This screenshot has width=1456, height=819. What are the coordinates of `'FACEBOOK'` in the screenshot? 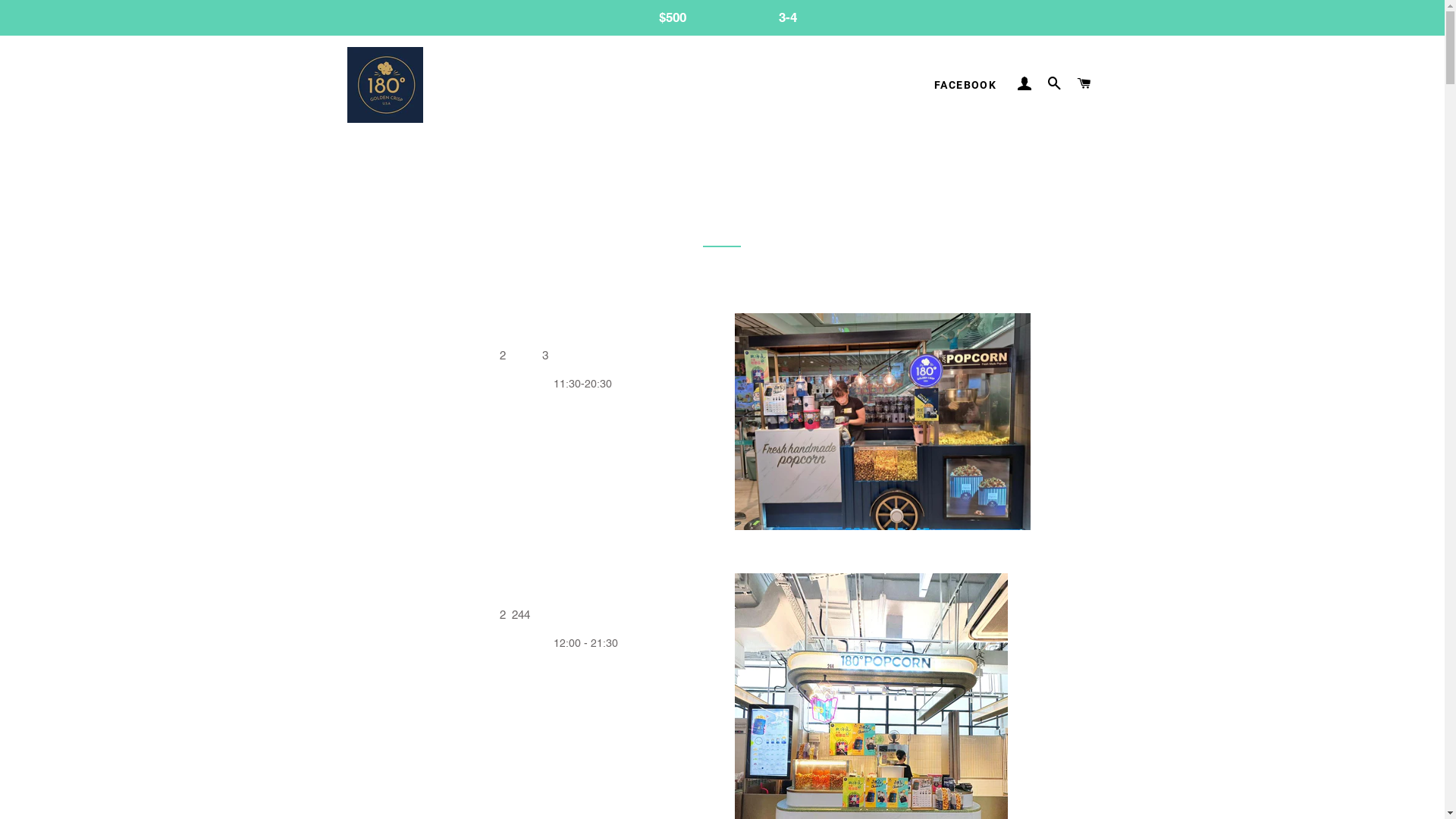 It's located at (964, 85).